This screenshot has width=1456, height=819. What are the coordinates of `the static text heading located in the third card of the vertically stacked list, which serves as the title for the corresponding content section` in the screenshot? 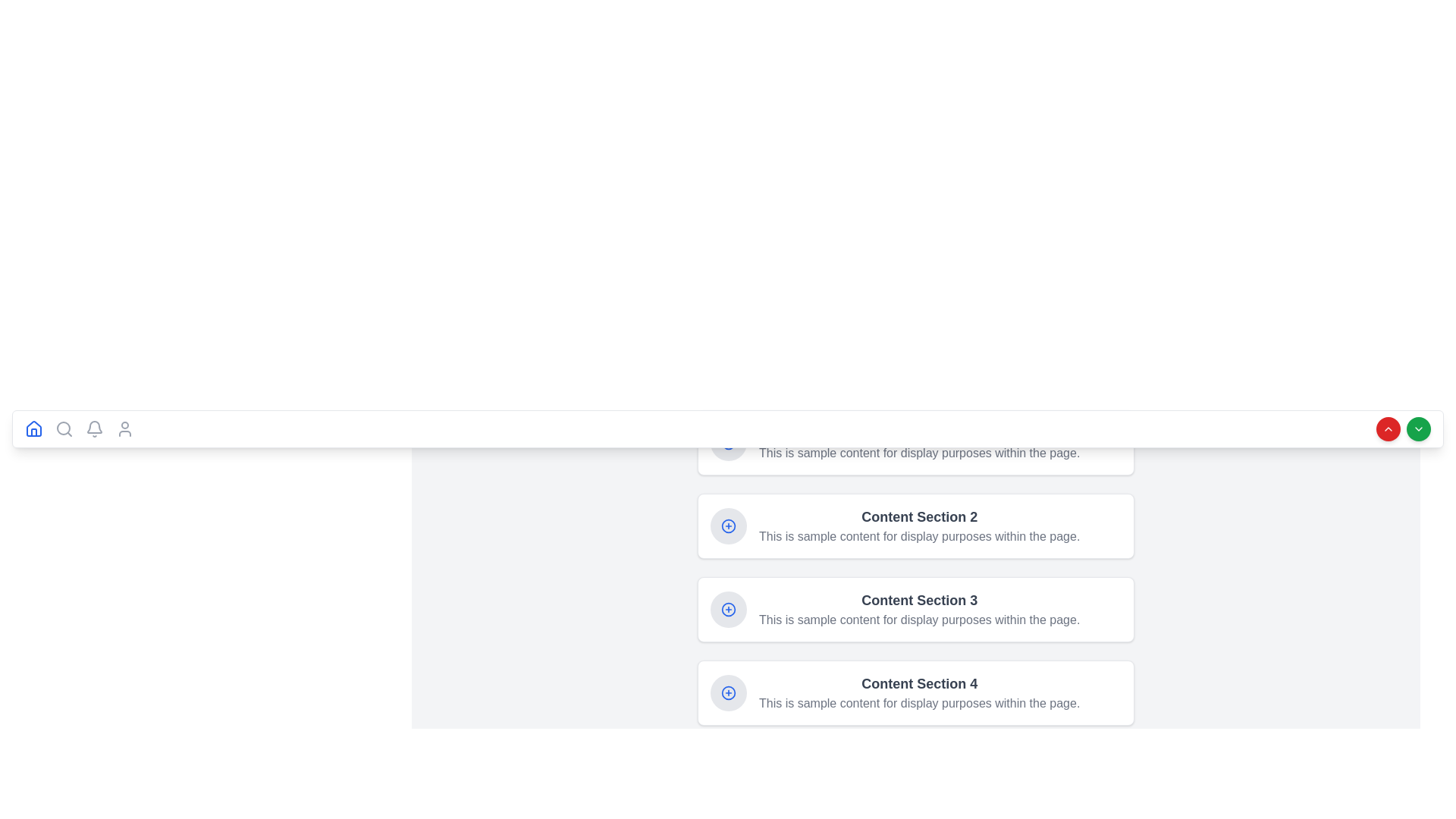 It's located at (918, 599).